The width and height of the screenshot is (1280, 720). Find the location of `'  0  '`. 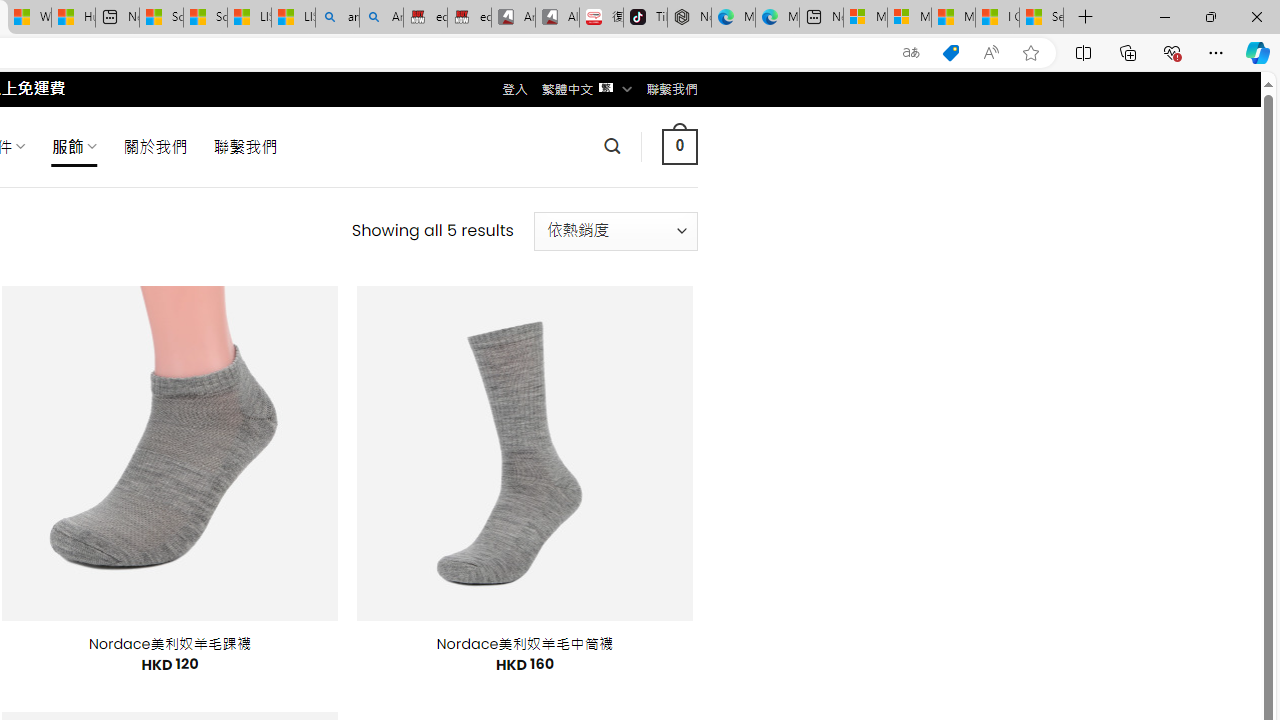

'  0  ' is located at coordinates (679, 145).